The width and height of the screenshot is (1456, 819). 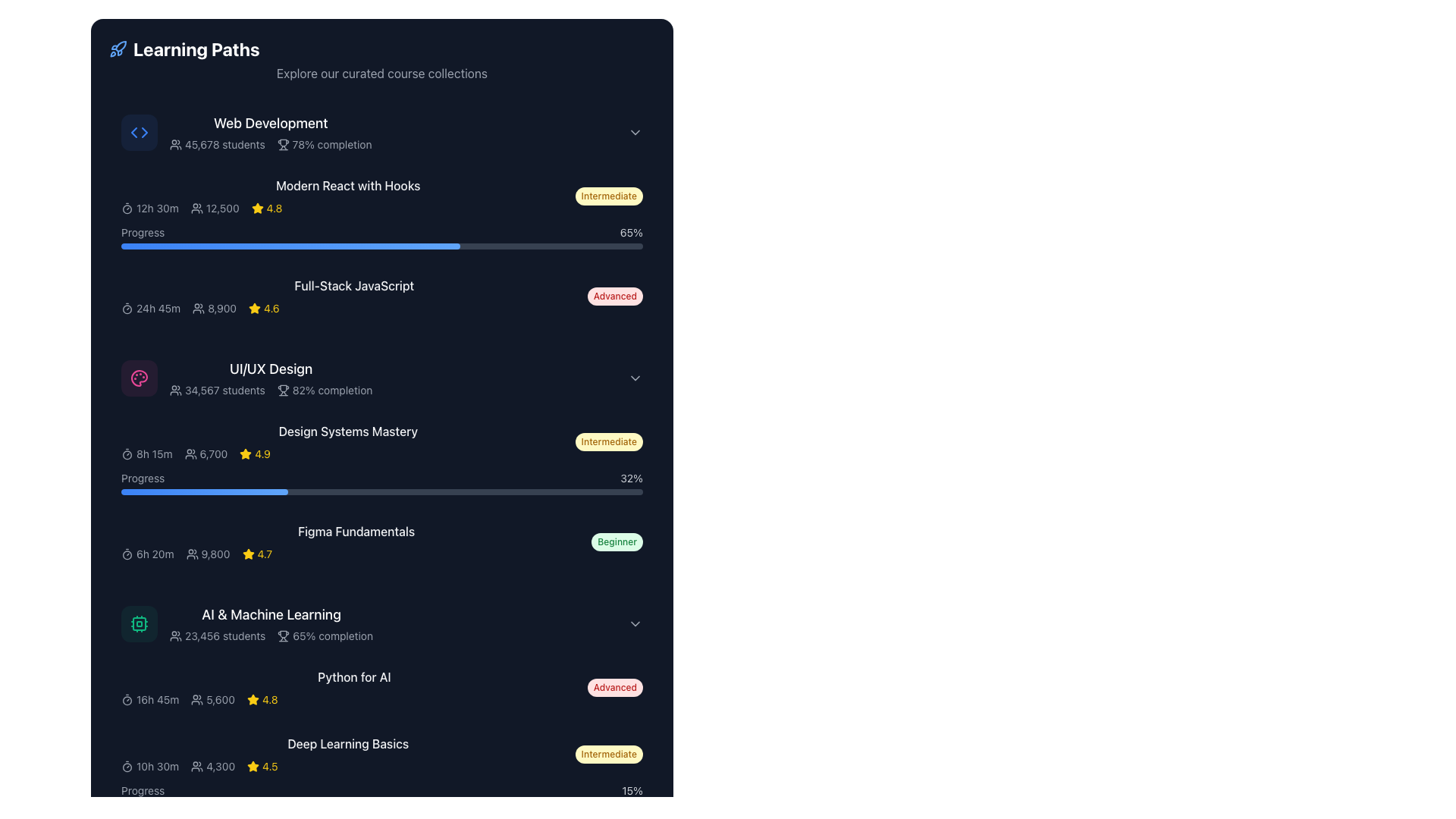 What do you see at coordinates (216, 390) in the screenshot?
I see `the text element displaying '34,567 students' with a user icon, located beneath the 'UI/UX Design' header` at bounding box center [216, 390].